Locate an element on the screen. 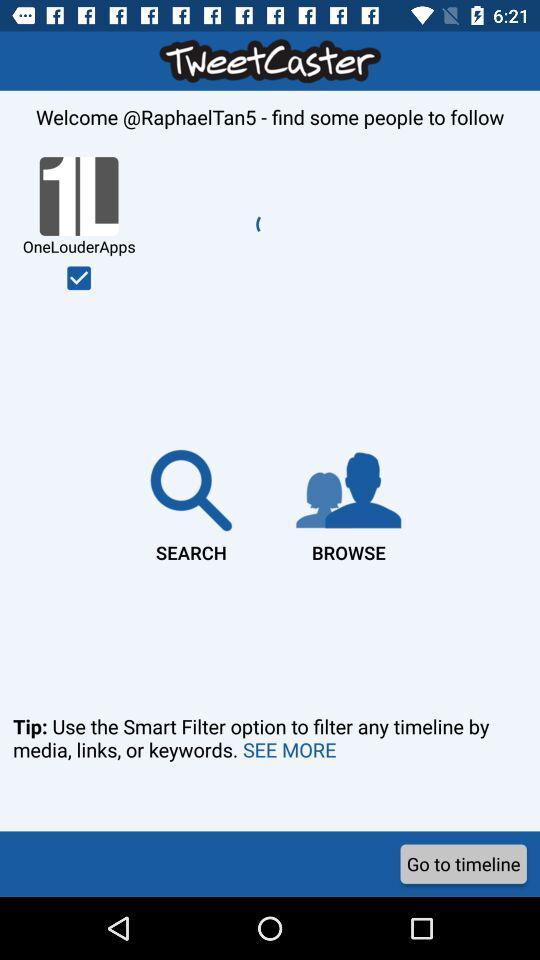 This screenshot has height=960, width=540. the icon above tip use the icon is located at coordinates (191, 501).